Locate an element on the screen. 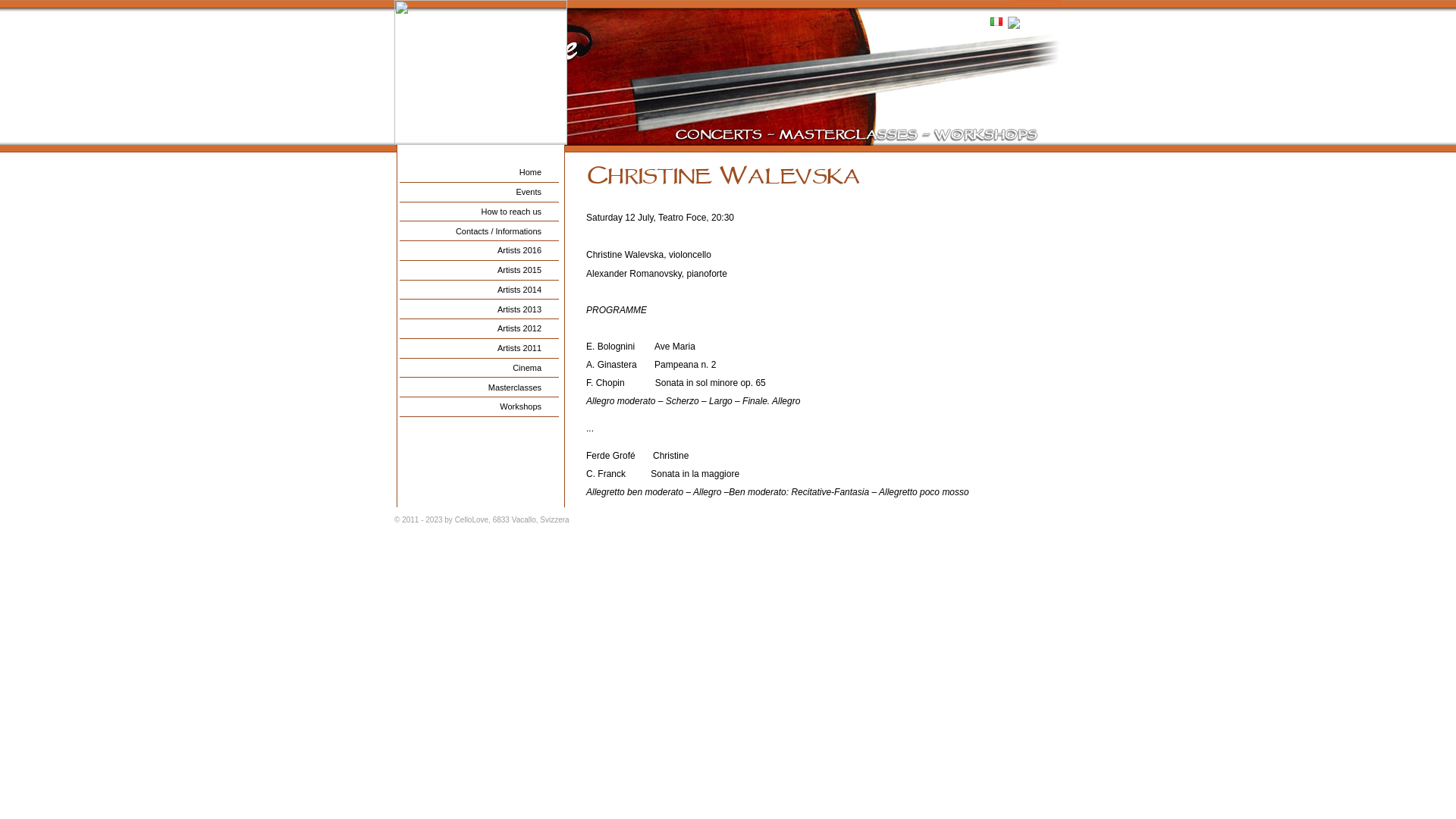  'Events' is located at coordinates (479, 192).